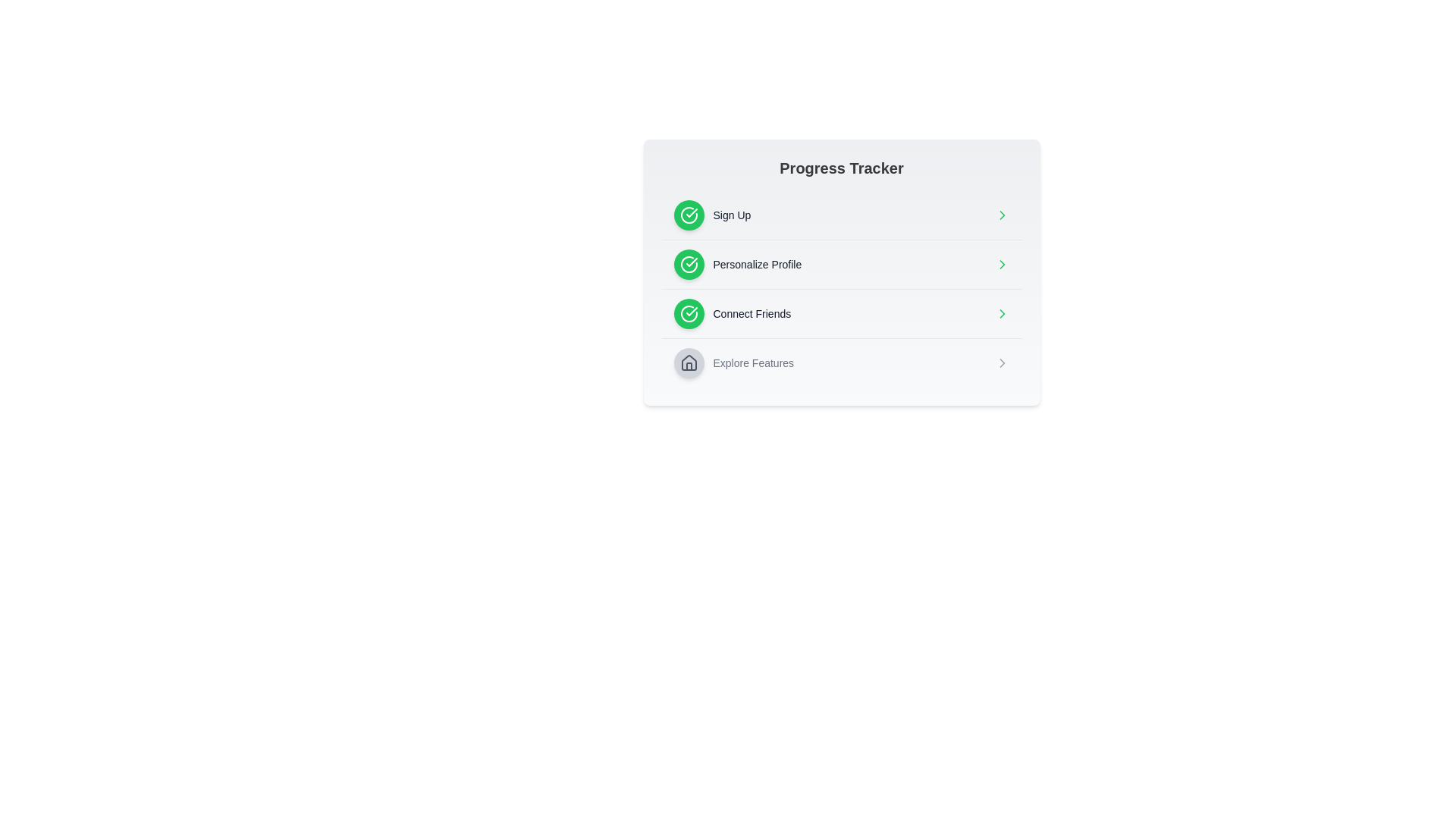 Image resolution: width=1456 pixels, height=819 pixels. I want to click on the green circular icon representing the completion status of the 'Sign Up' step in the vertical progress tracker, so click(688, 215).